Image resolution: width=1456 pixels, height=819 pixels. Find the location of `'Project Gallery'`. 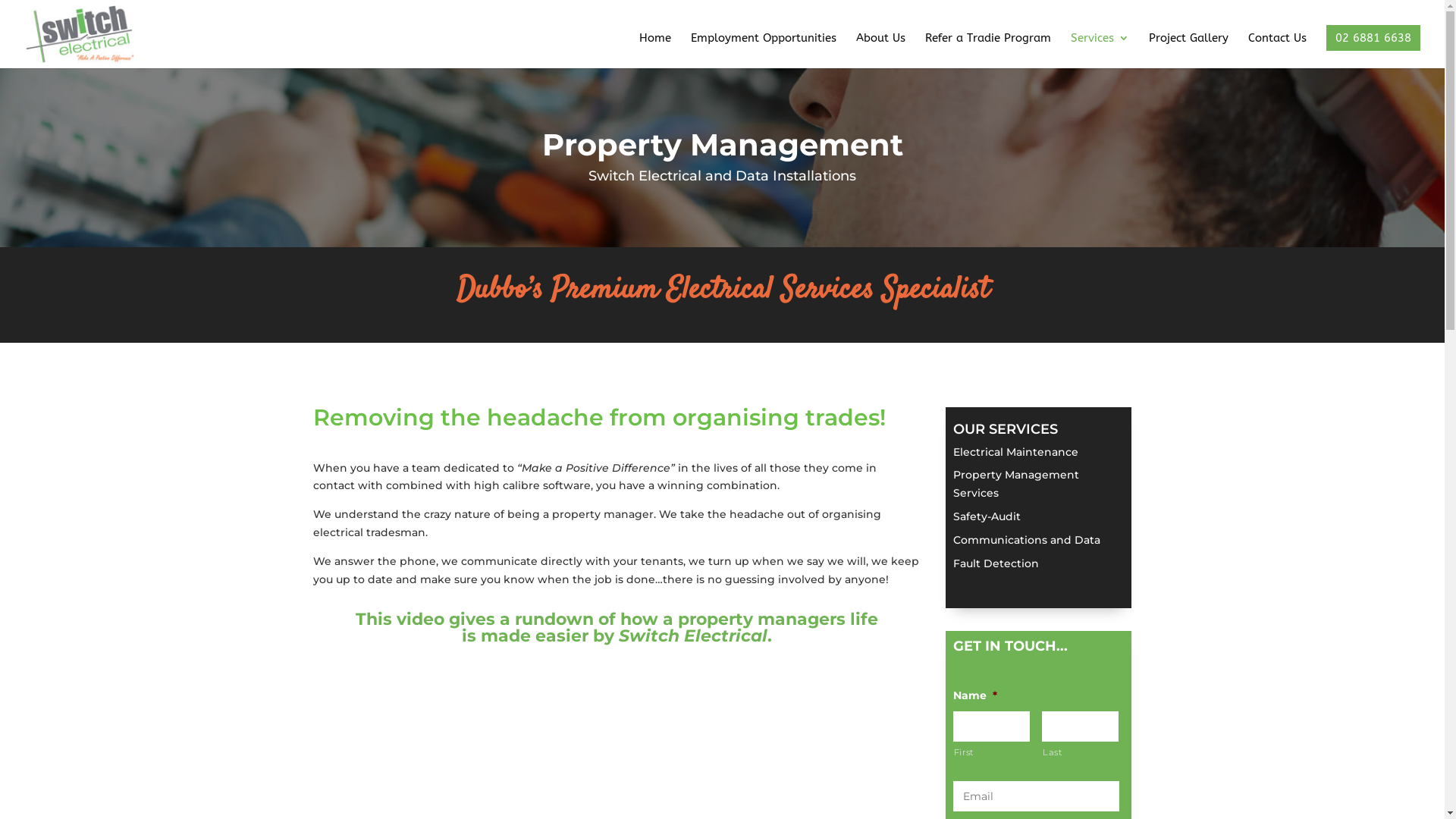

'Project Gallery' is located at coordinates (1188, 49).